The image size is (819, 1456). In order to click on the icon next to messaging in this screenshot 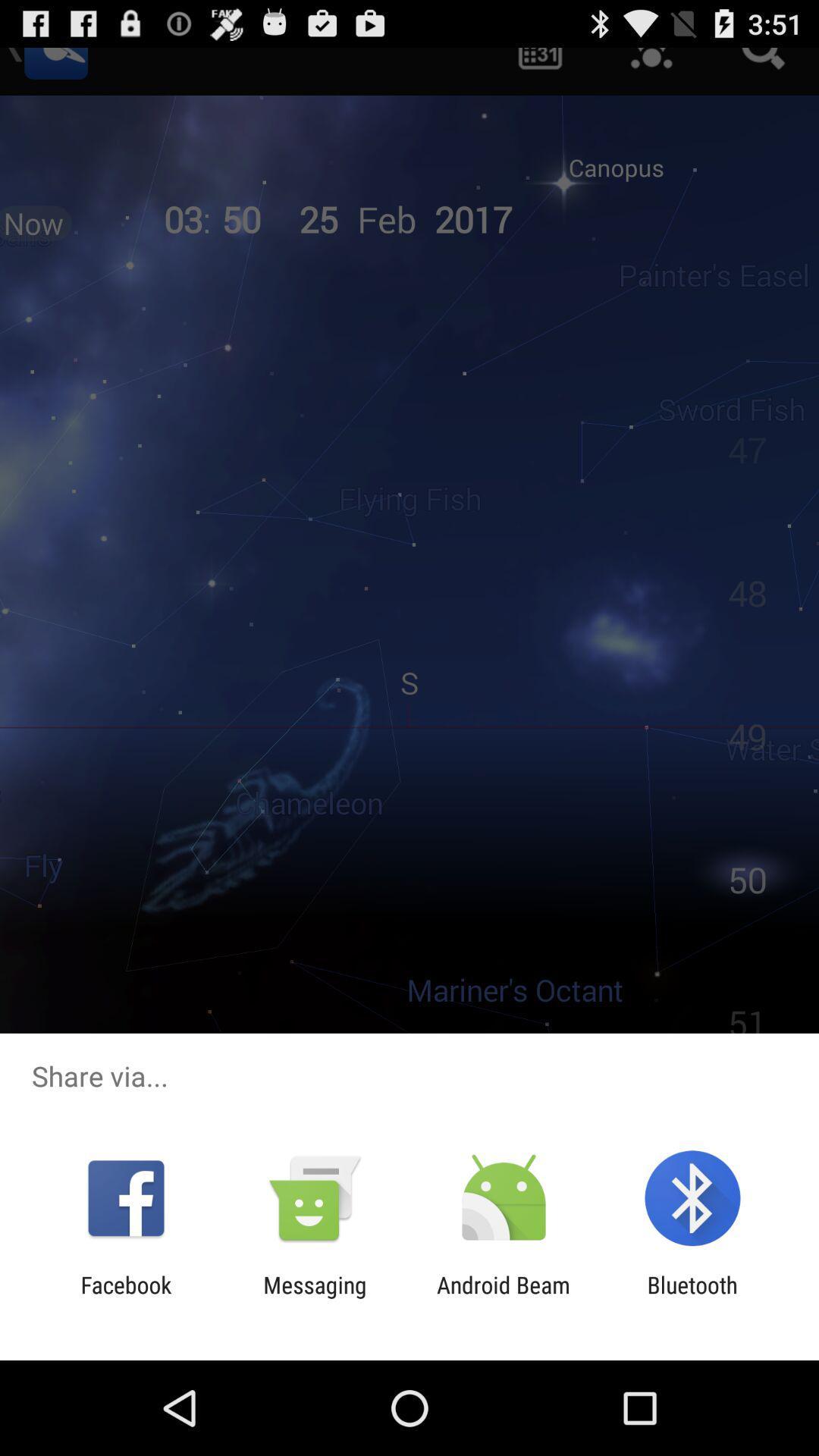, I will do `click(125, 1298)`.